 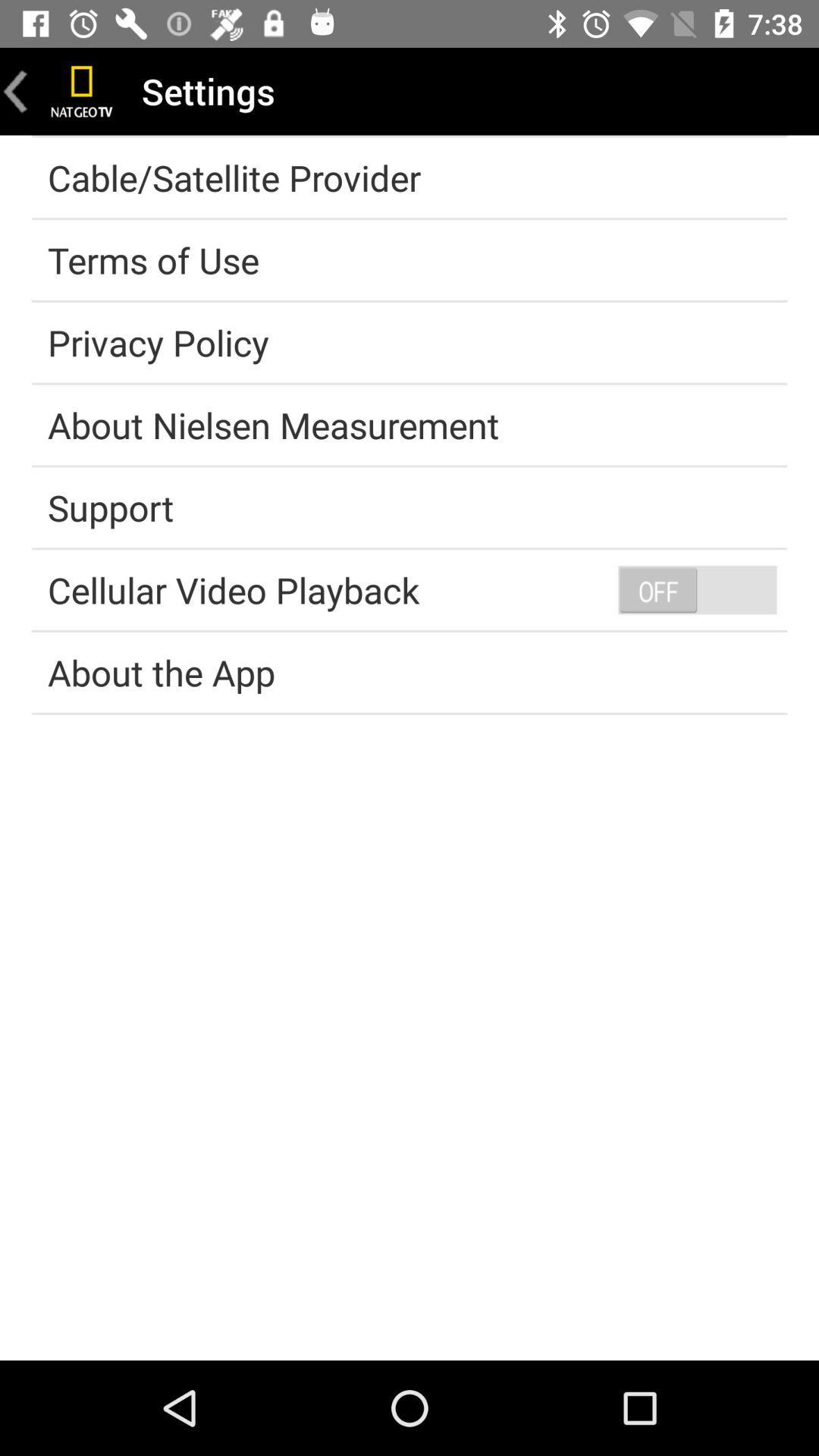 What do you see at coordinates (82, 90) in the screenshot?
I see `go home` at bounding box center [82, 90].